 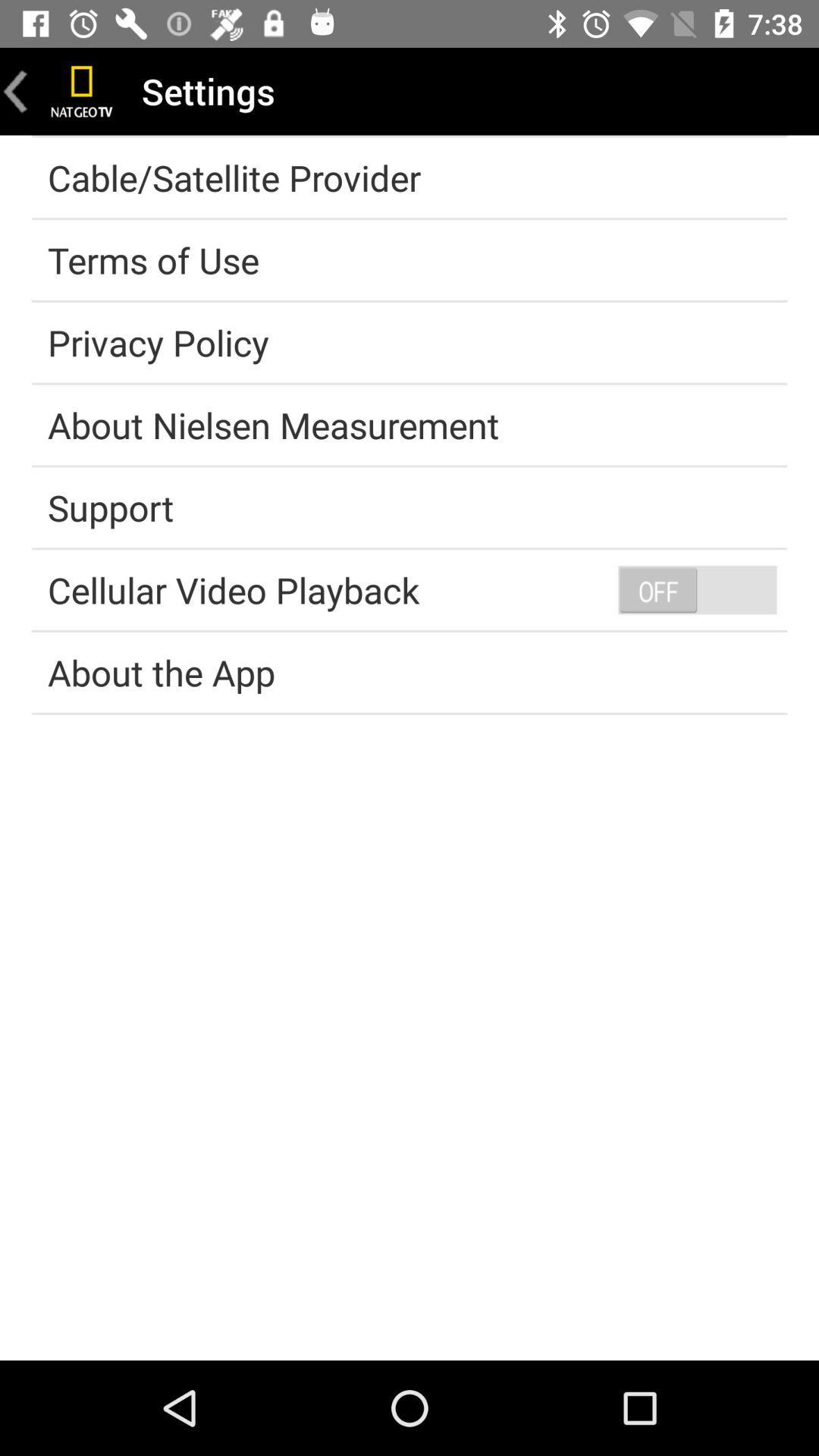 What do you see at coordinates (82, 90) in the screenshot?
I see `go home` at bounding box center [82, 90].